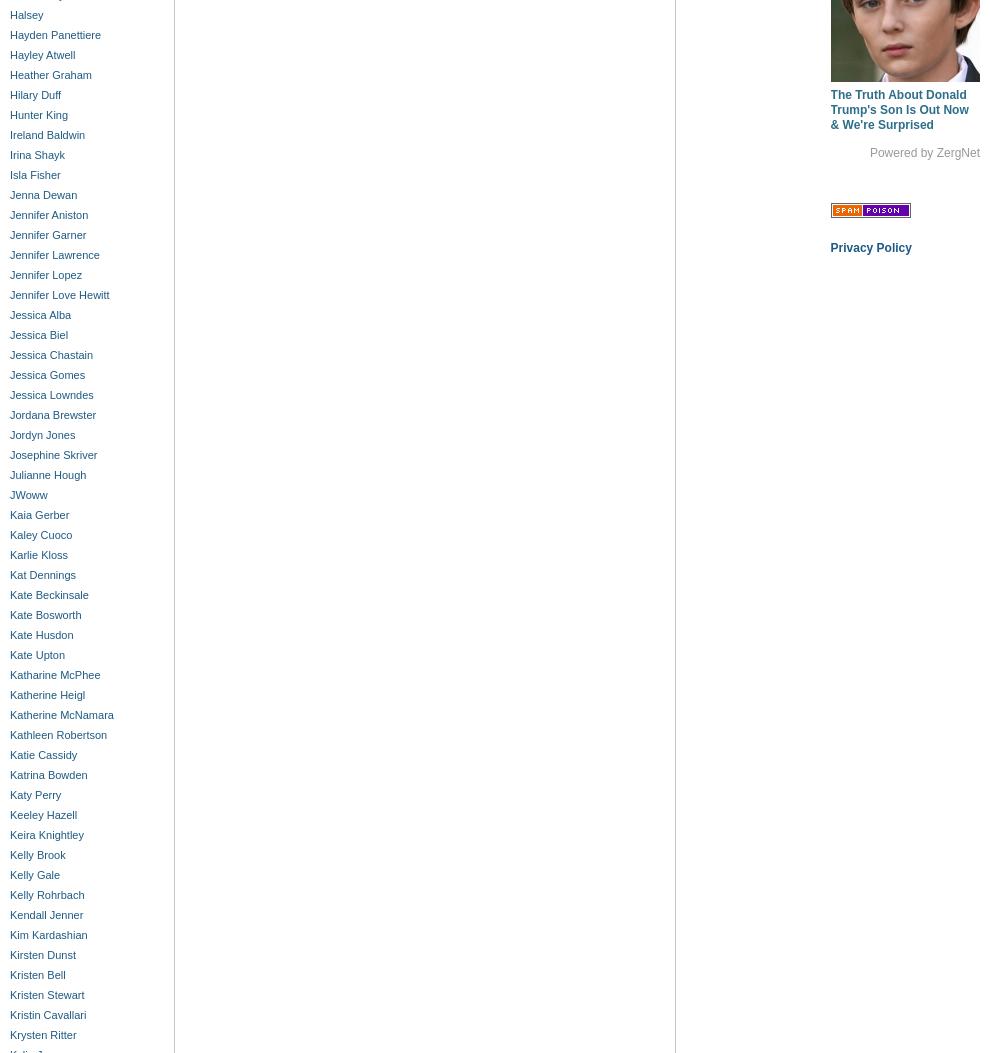 The width and height of the screenshot is (990, 1053). I want to click on 'JWoww', so click(27, 495).